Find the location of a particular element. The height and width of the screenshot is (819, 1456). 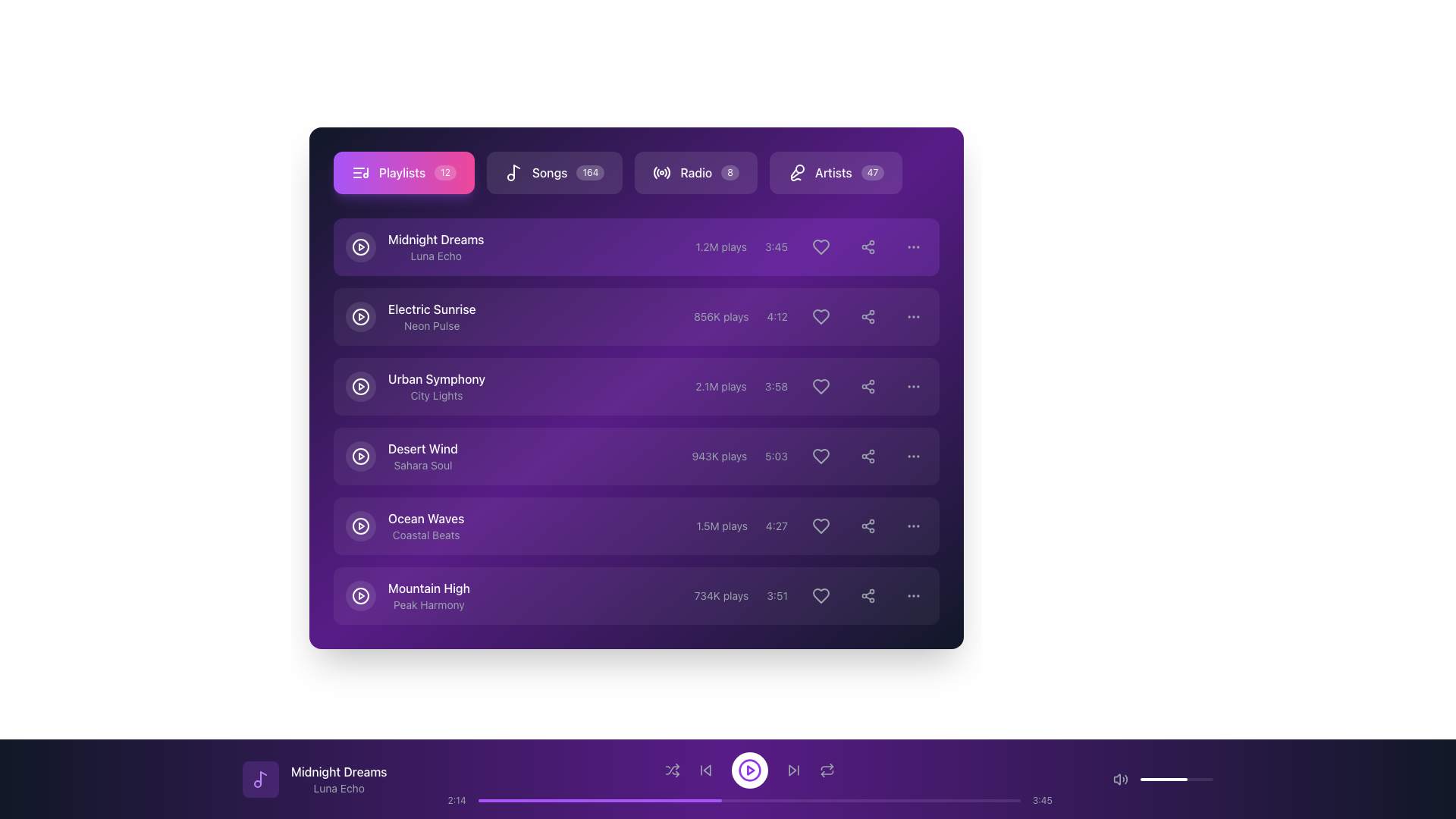

the text label displaying the number '12' inside the 'Playlists' button, which has a light pink semi-transparent background and is adjacent to the 'Playlists' text is located at coordinates (444, 171).